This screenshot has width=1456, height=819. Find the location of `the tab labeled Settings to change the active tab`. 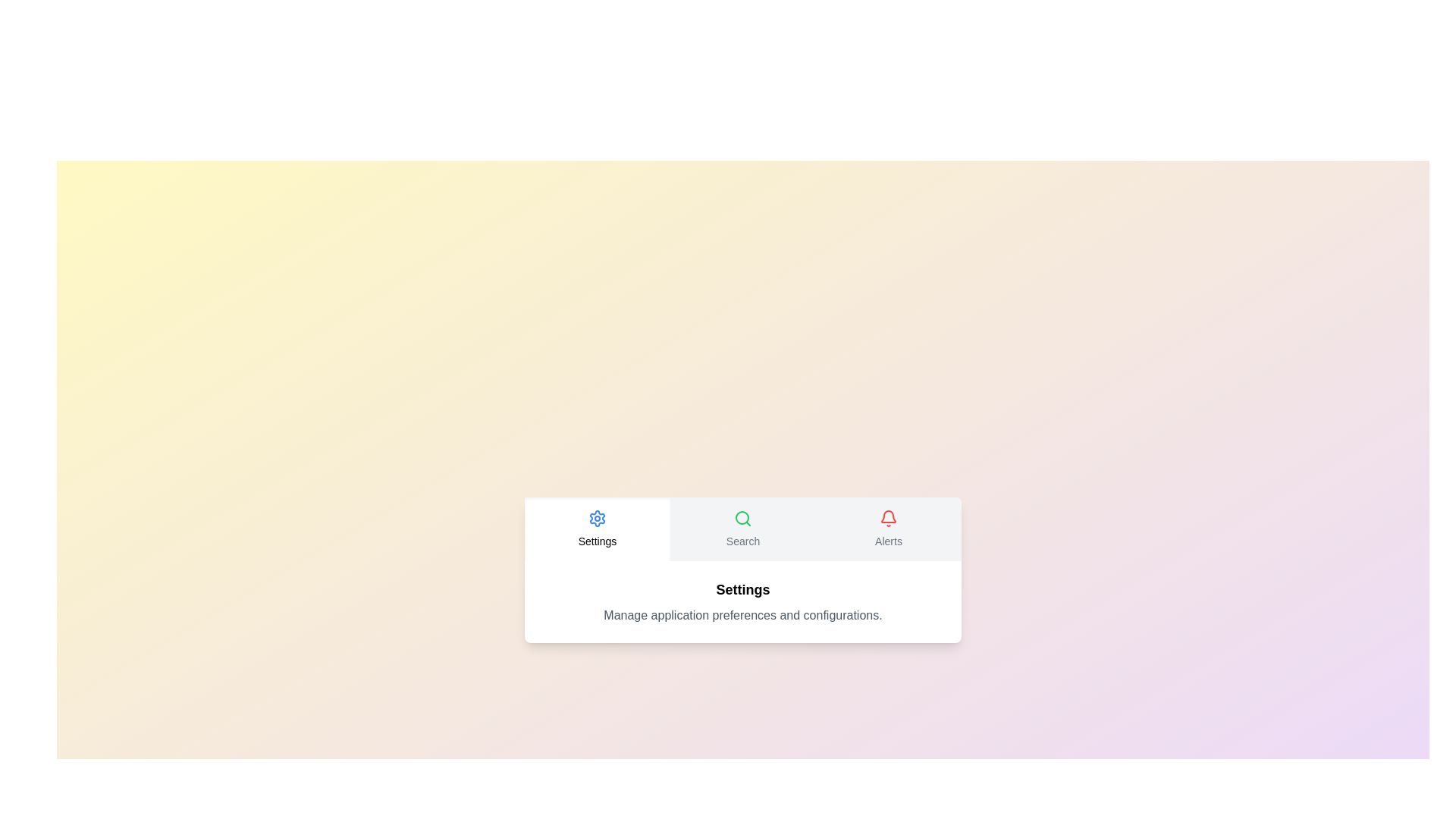

the tab labeled Settings to change the active tab is located at coordinates (596, 529).